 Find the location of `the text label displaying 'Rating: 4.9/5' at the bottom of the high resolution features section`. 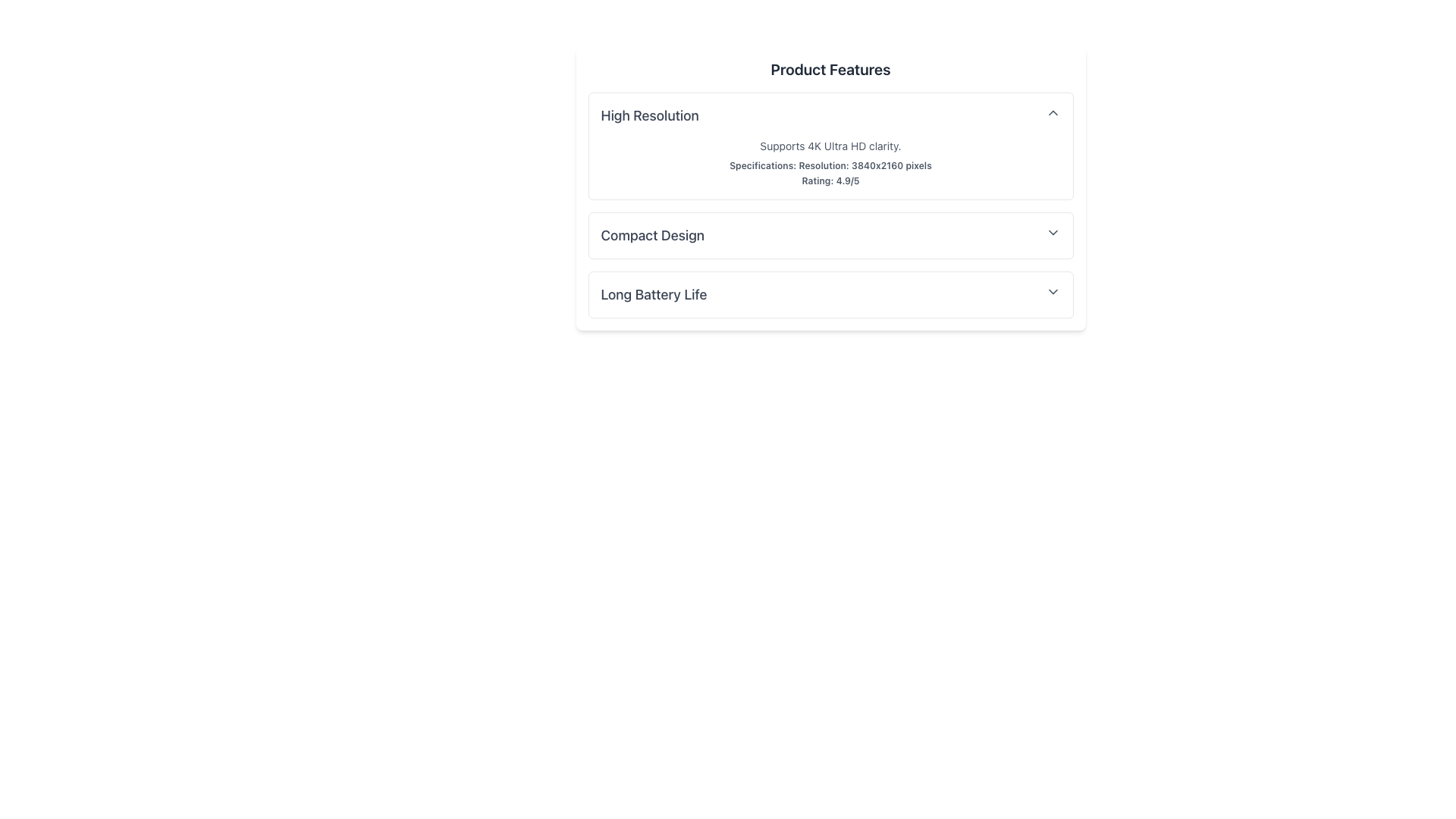

the text label displaying 'Rating: 4.9/5' at the bottom of the high resolution features section is located at coordinates (830, 180).